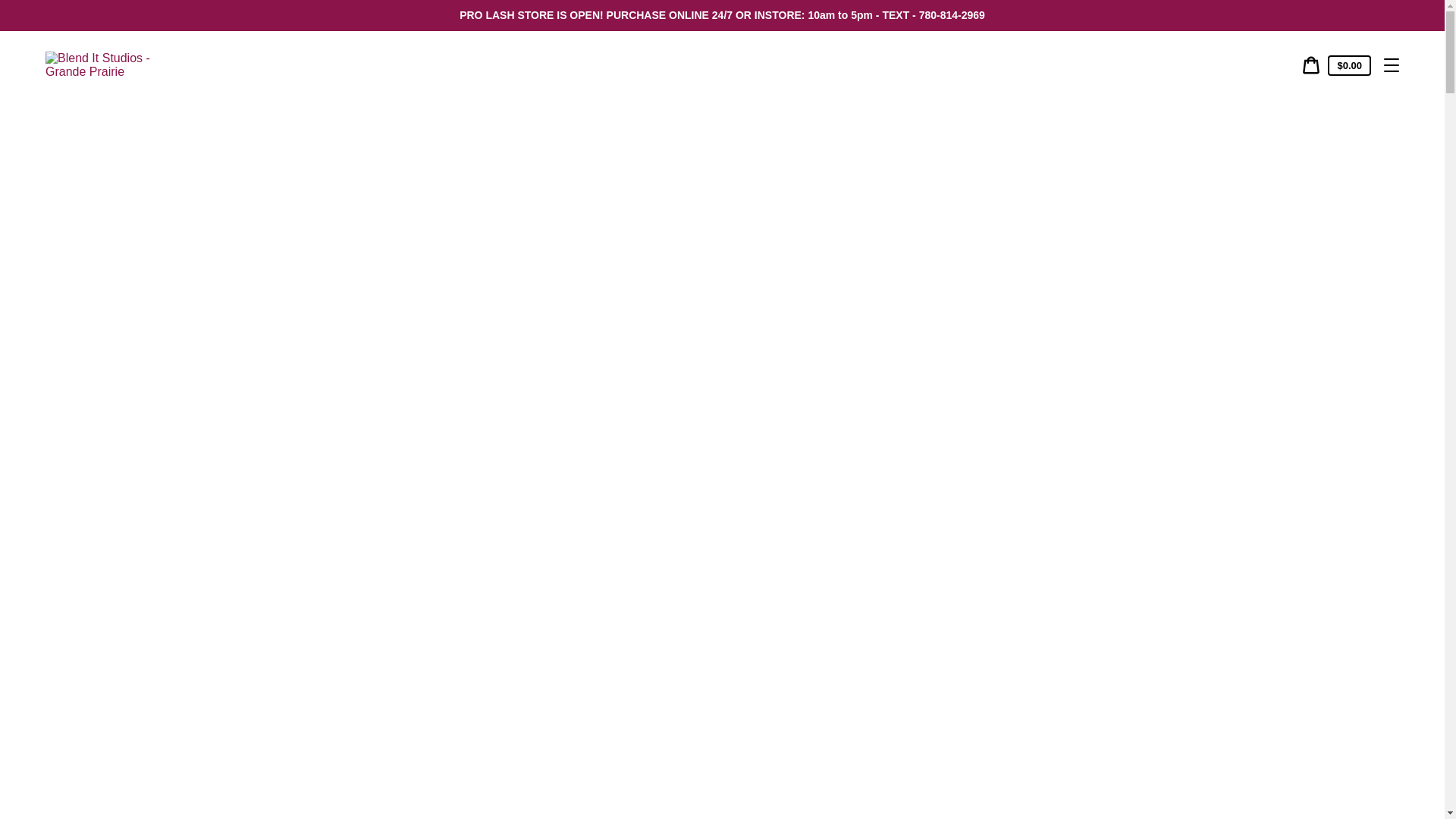  What do you see at coordinates (1310, 64) in the screenshot?
I see `'Cart'` at bounding box center [1310, 64].